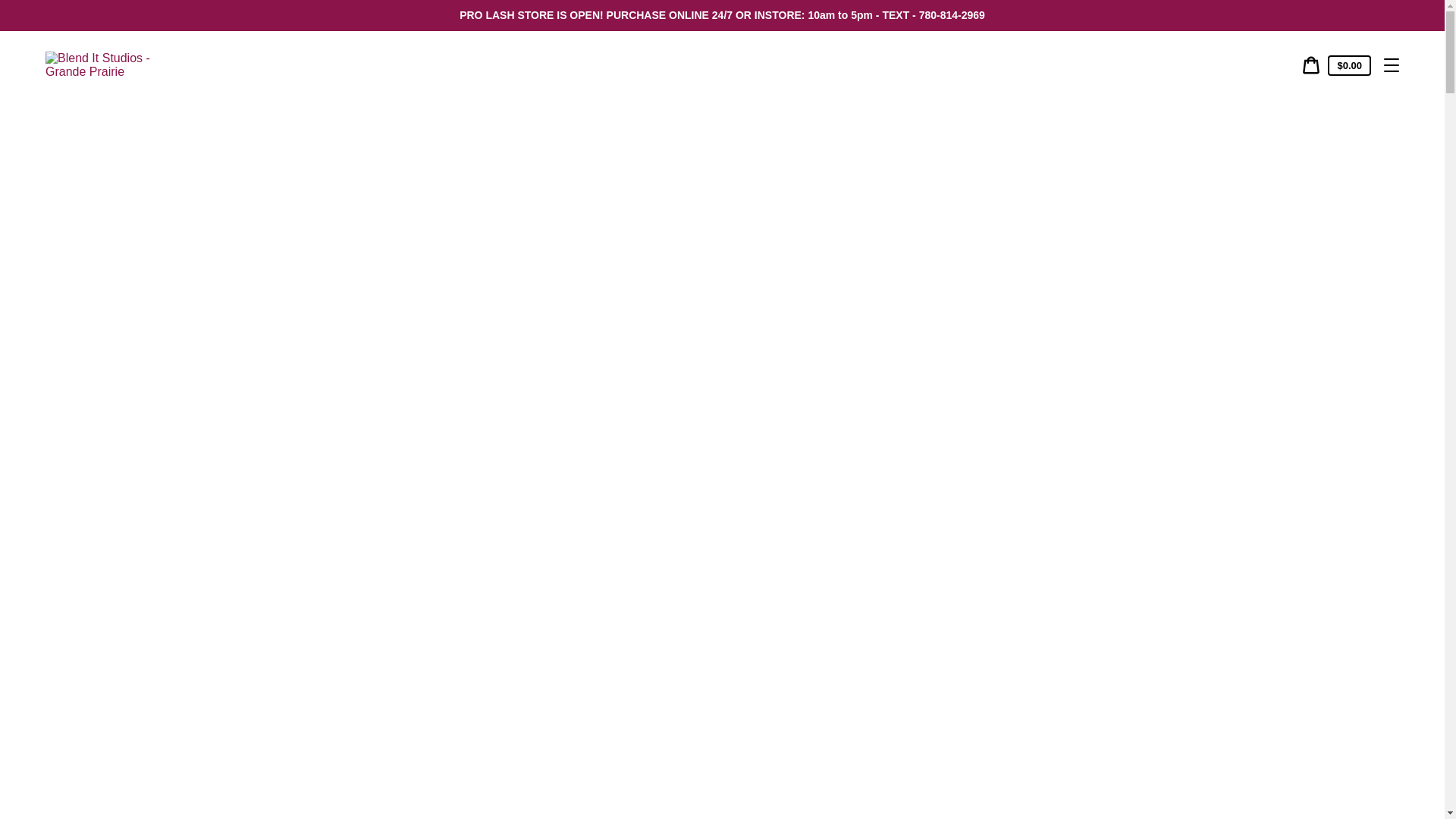  What do you see at coordinates (1310, 64) in the screenshot?
I see `'Cart'` at bounding box center [1310, 64].